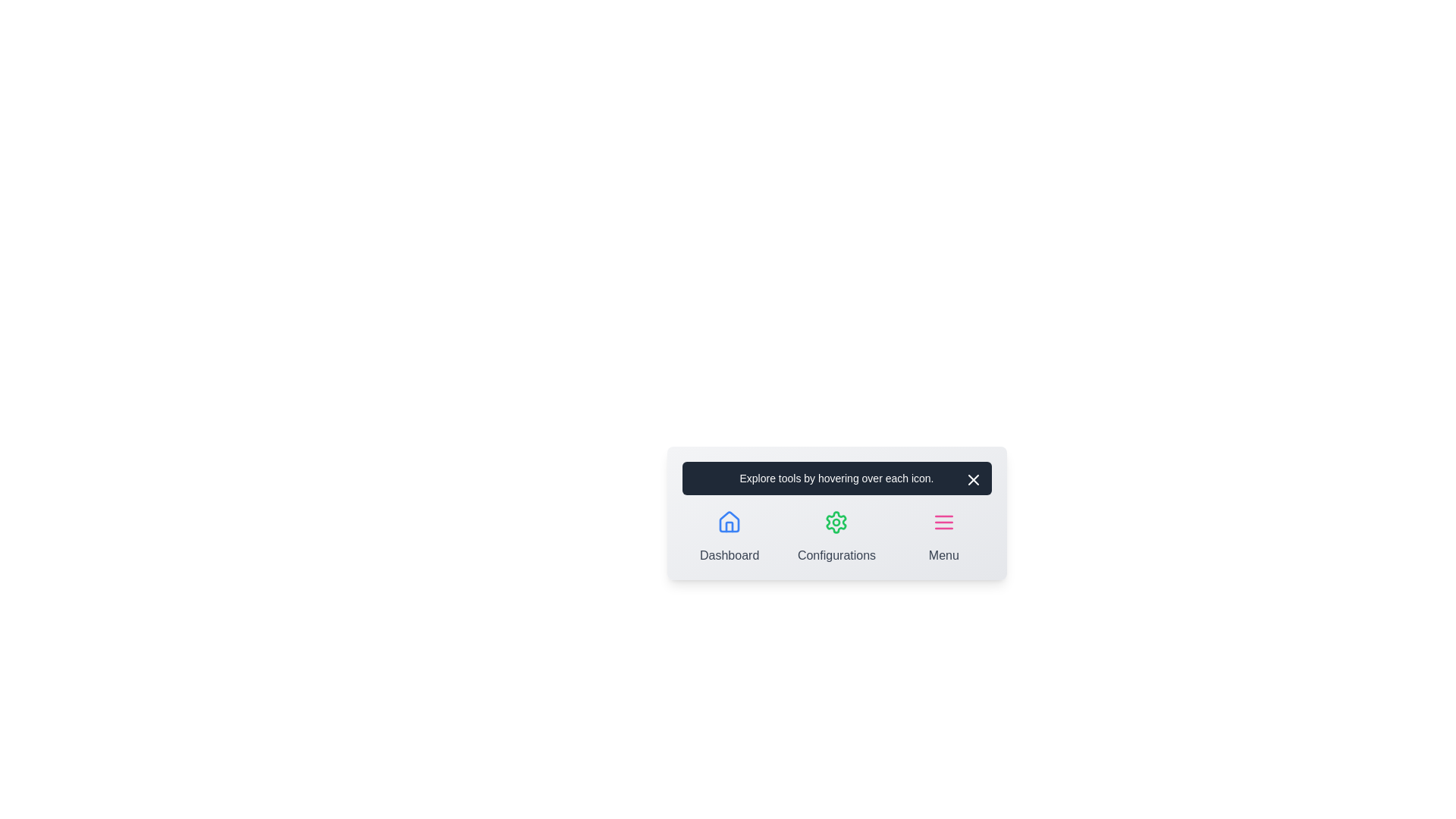 The width and height of the screenshot is (1456, 819). What do you see at coordinates (943, 534) in the screenshot?
I see `the pink menu icon with three horizontal lines labeled 'Menu'` at bounding box center [943, 534].